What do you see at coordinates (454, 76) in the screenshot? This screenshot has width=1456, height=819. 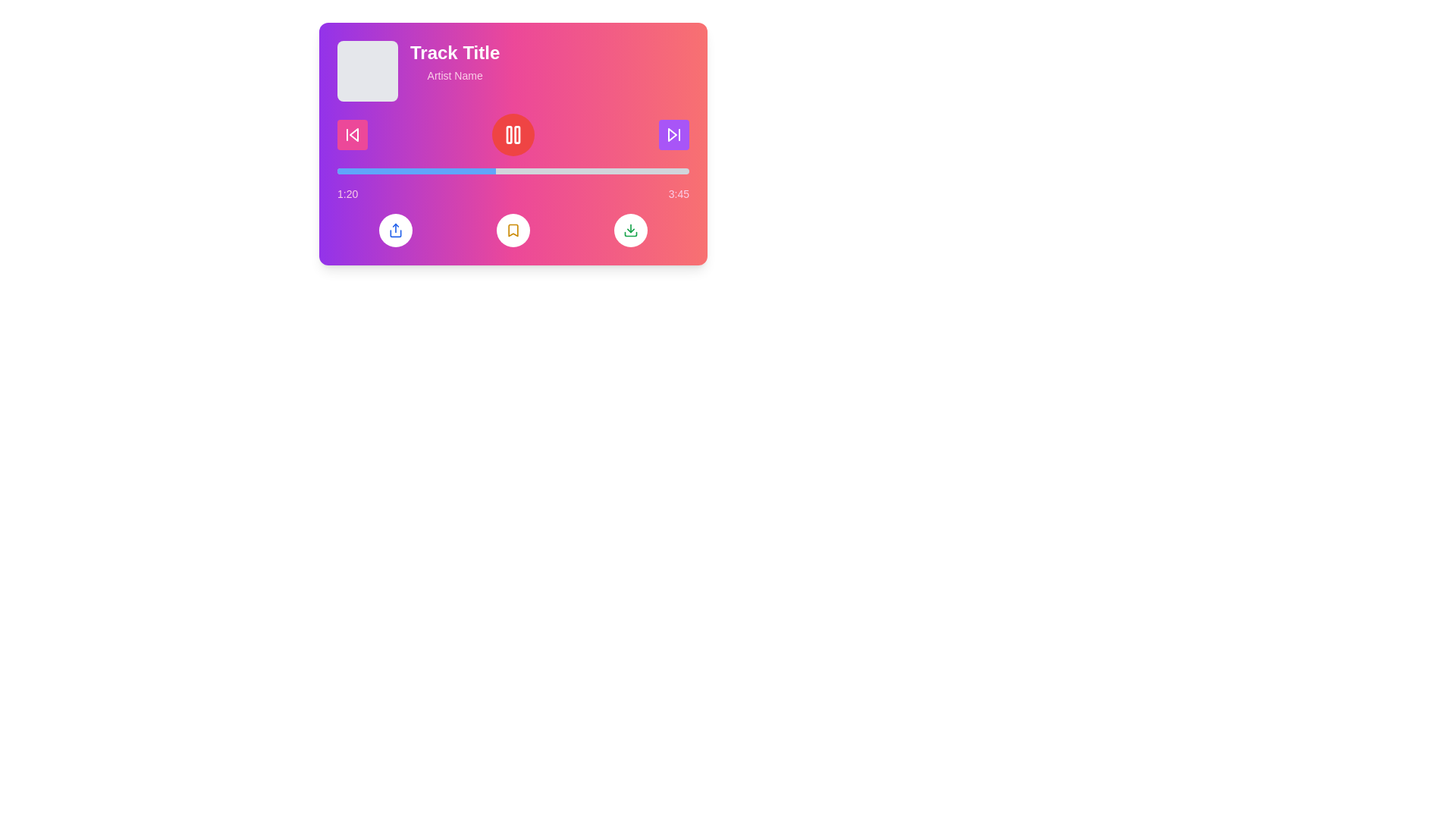 I see `the static text label displaying 'Artist Name', which is styled in pink and is positioned beneath the 'Track Title' in the music player interface` at bounding box center [454, 76].